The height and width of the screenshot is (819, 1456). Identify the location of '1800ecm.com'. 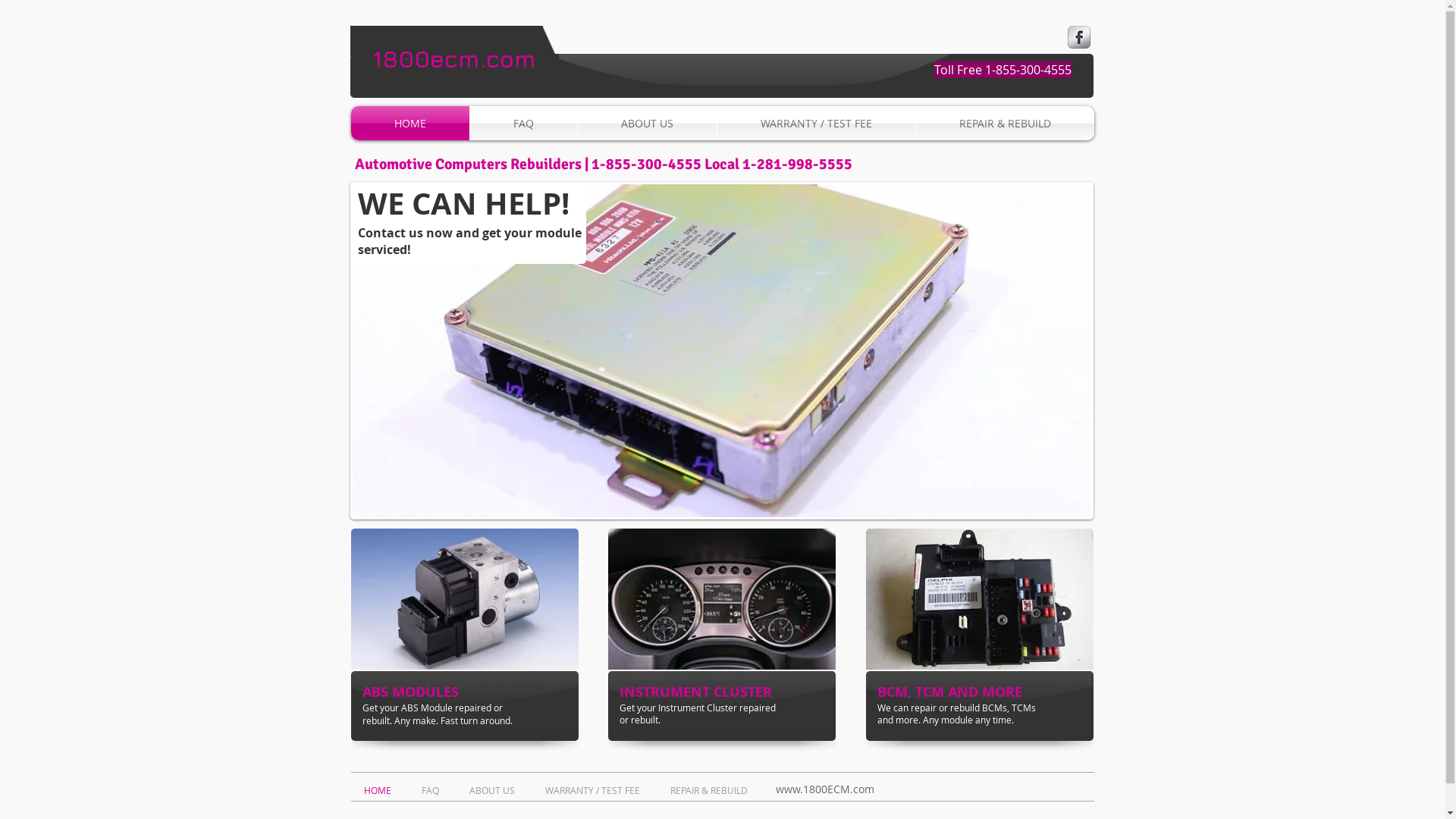
(453, 58).